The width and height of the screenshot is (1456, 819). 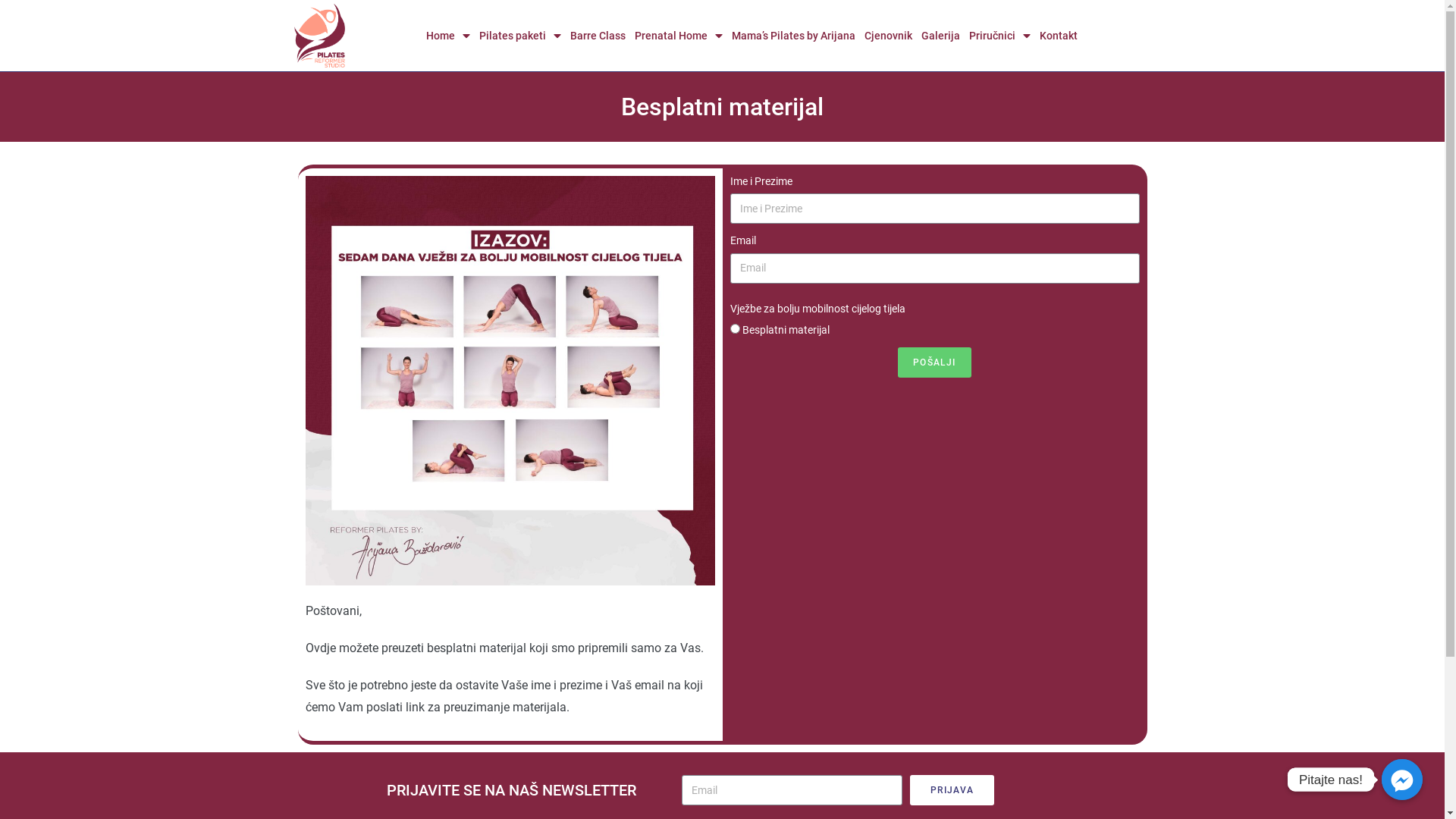 I want to click on 'Barre Class', so click(x=597, y=34).